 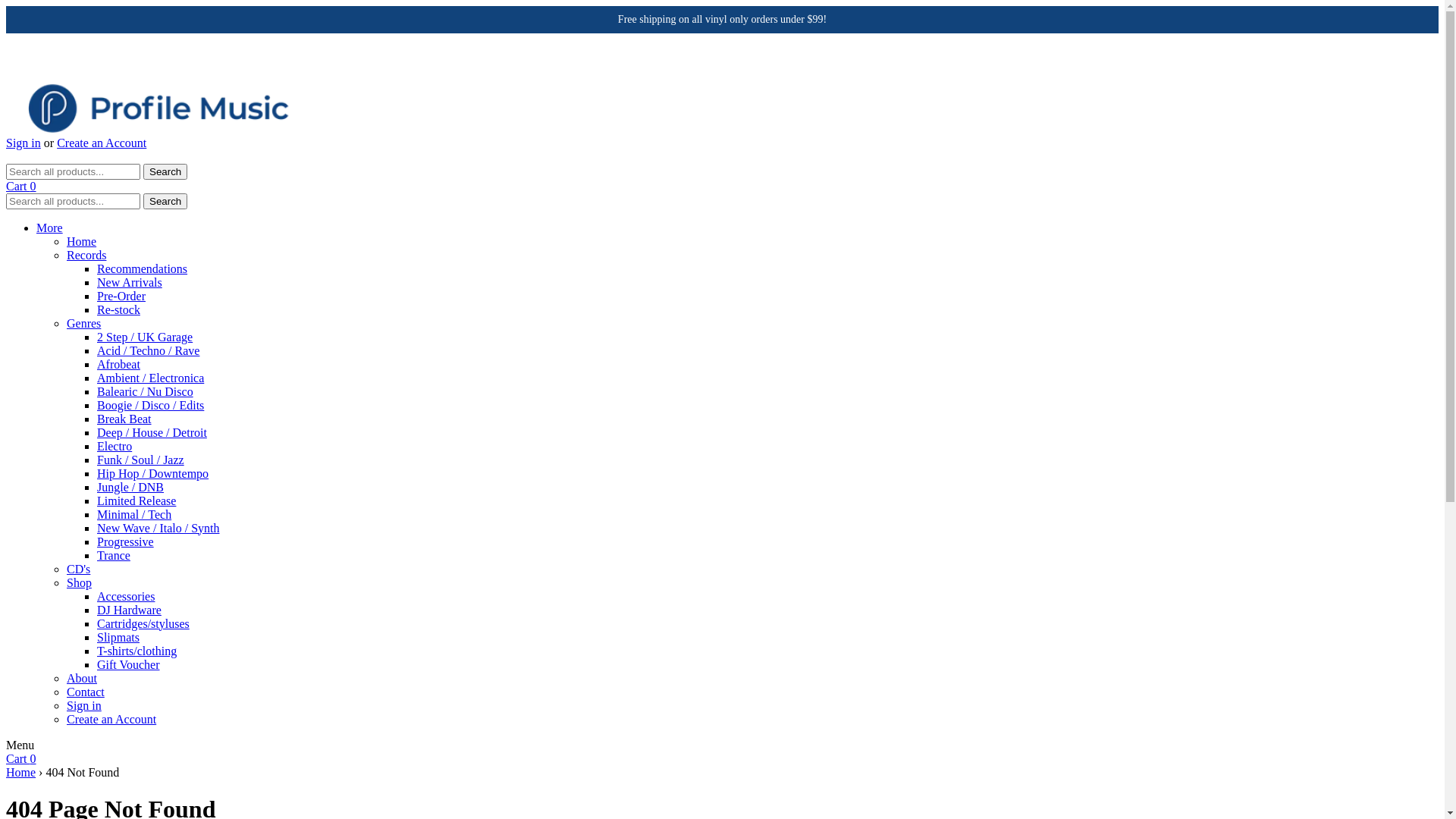 I want to click on 'Cartridges/styluses', so click(x=143, y=623).